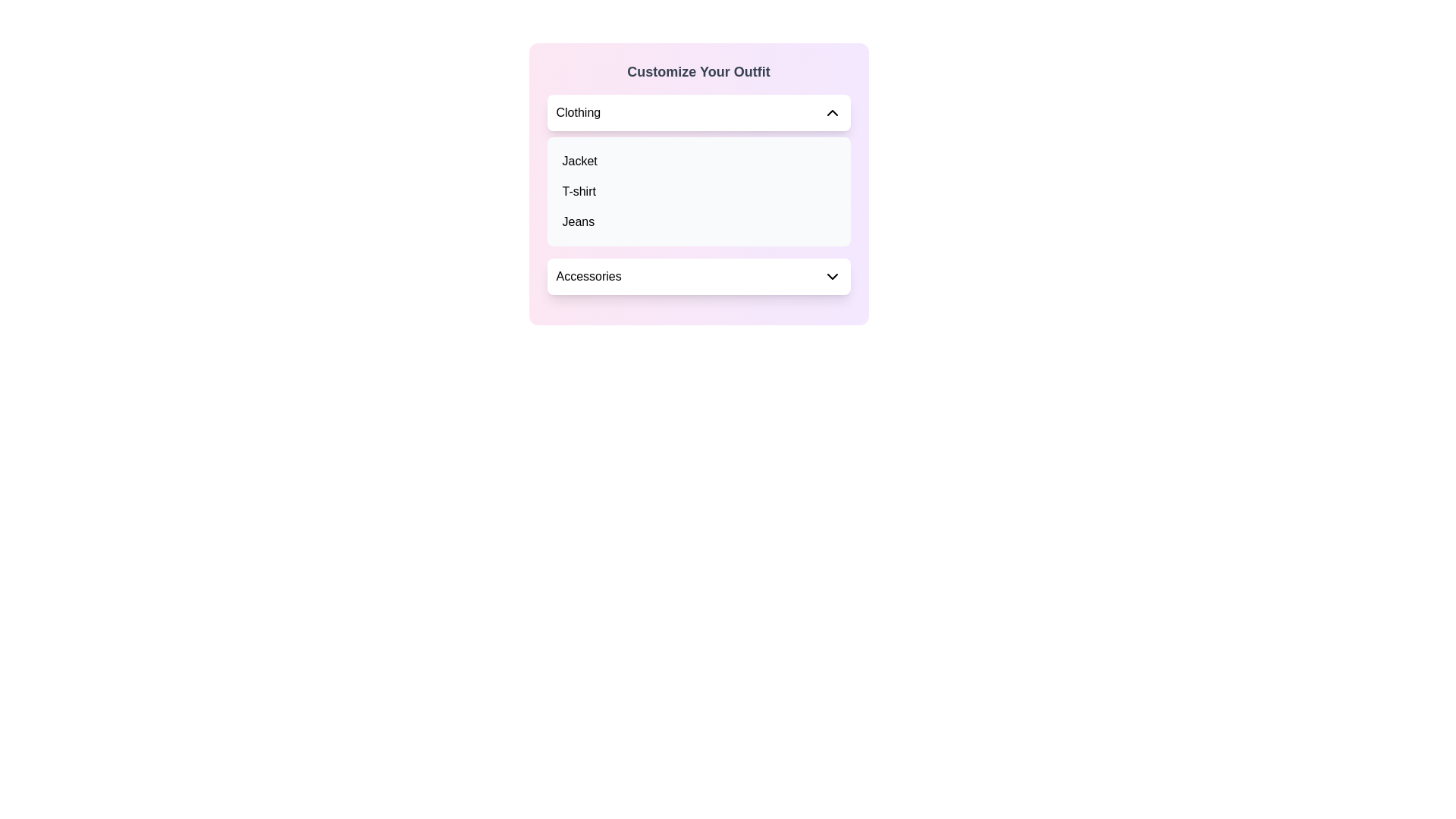  What do you see at coordinates (578, 191) in the screenshot?
I see `the 'T-shirt' text label in the clothing options menu` at bounding box center [578, 191].